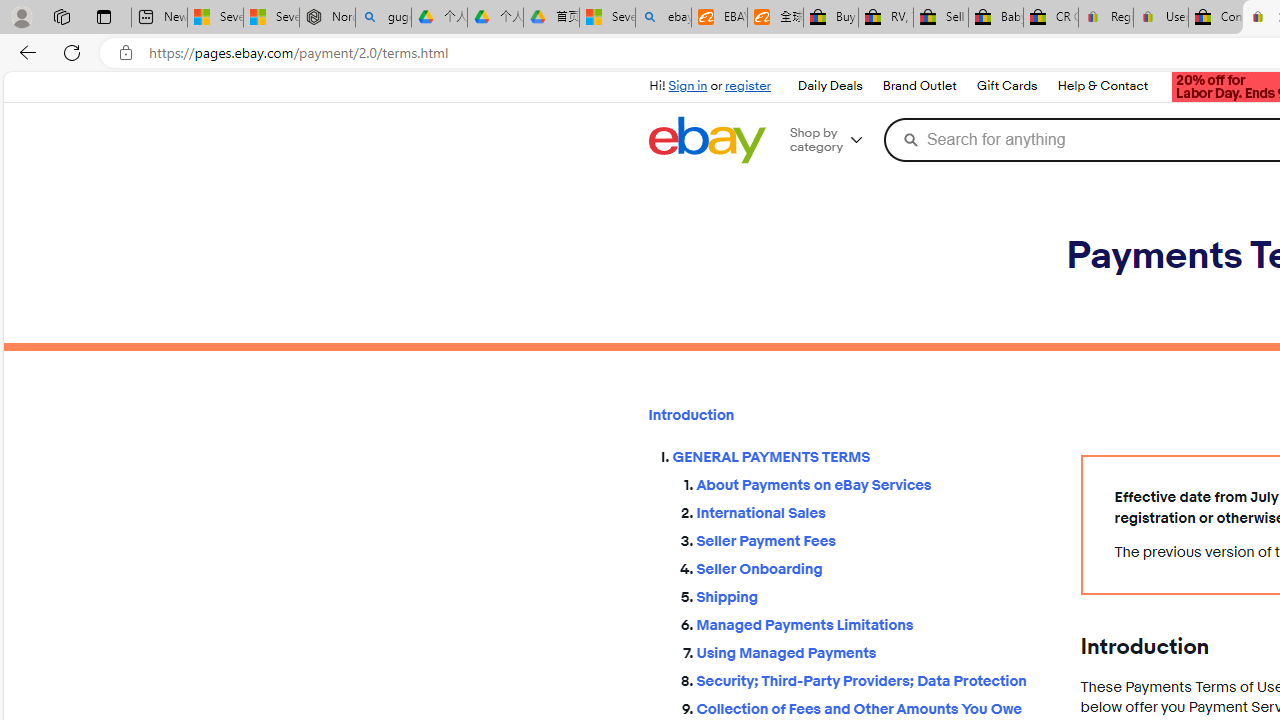 Image resolution: width=1280 pixels, height=720 pixels. I want to click on 'Shipping', so click(872, 596).